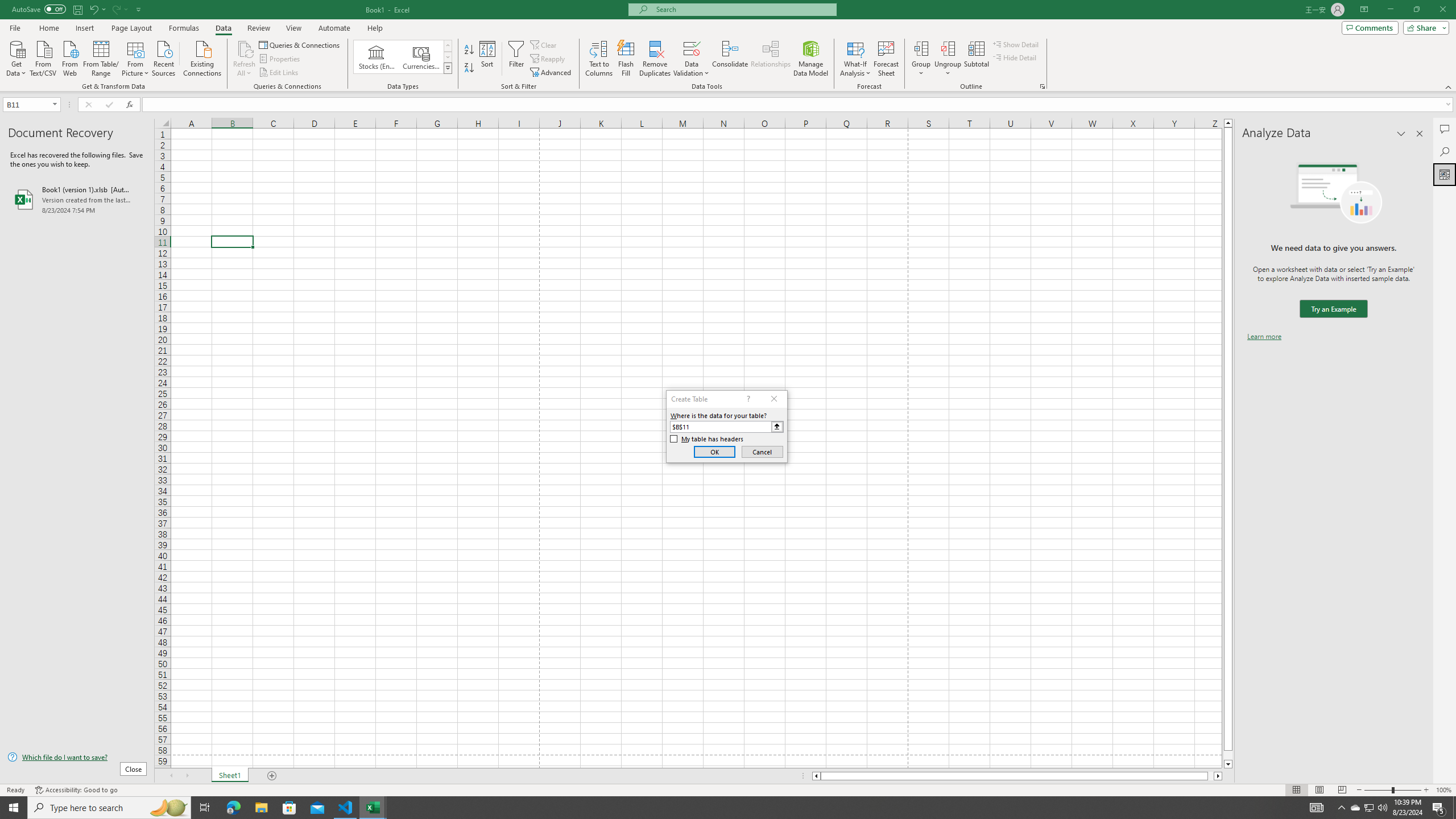 The image size is (1456, 819). What do you see at coordinates (1210, 775) in the screenshot?
I see `'Page right'` at bounding box center [1210, 775].